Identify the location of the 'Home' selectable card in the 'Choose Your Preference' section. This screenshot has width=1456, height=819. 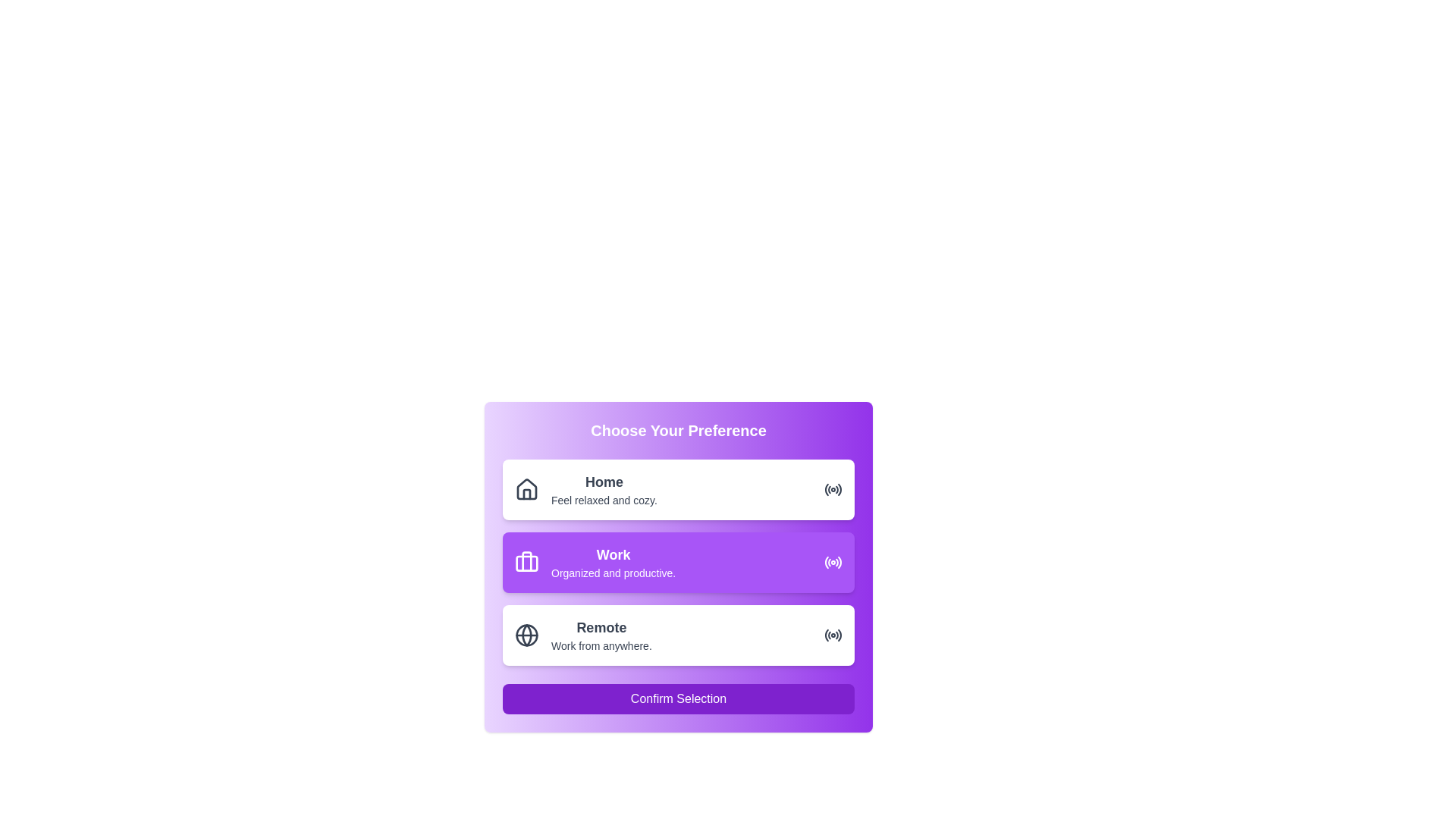
(677, 489).